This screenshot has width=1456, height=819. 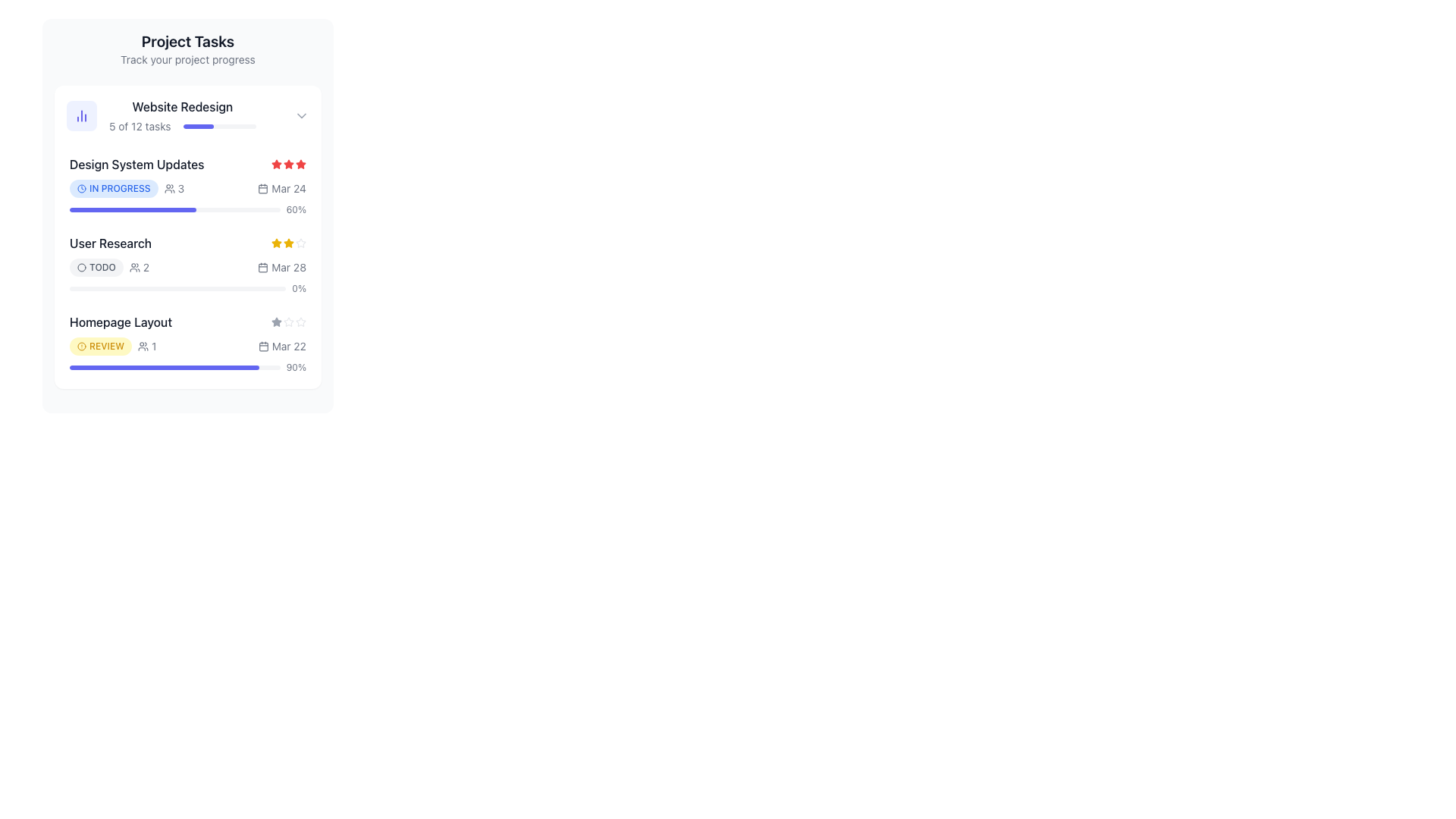 I want to click on the Status badge indicating the pending status of the 'User Research' task, located in the 'User Research' section of the 'Project Tasks' card, positioned to the left of the number '2', so click(x=96, y=267).